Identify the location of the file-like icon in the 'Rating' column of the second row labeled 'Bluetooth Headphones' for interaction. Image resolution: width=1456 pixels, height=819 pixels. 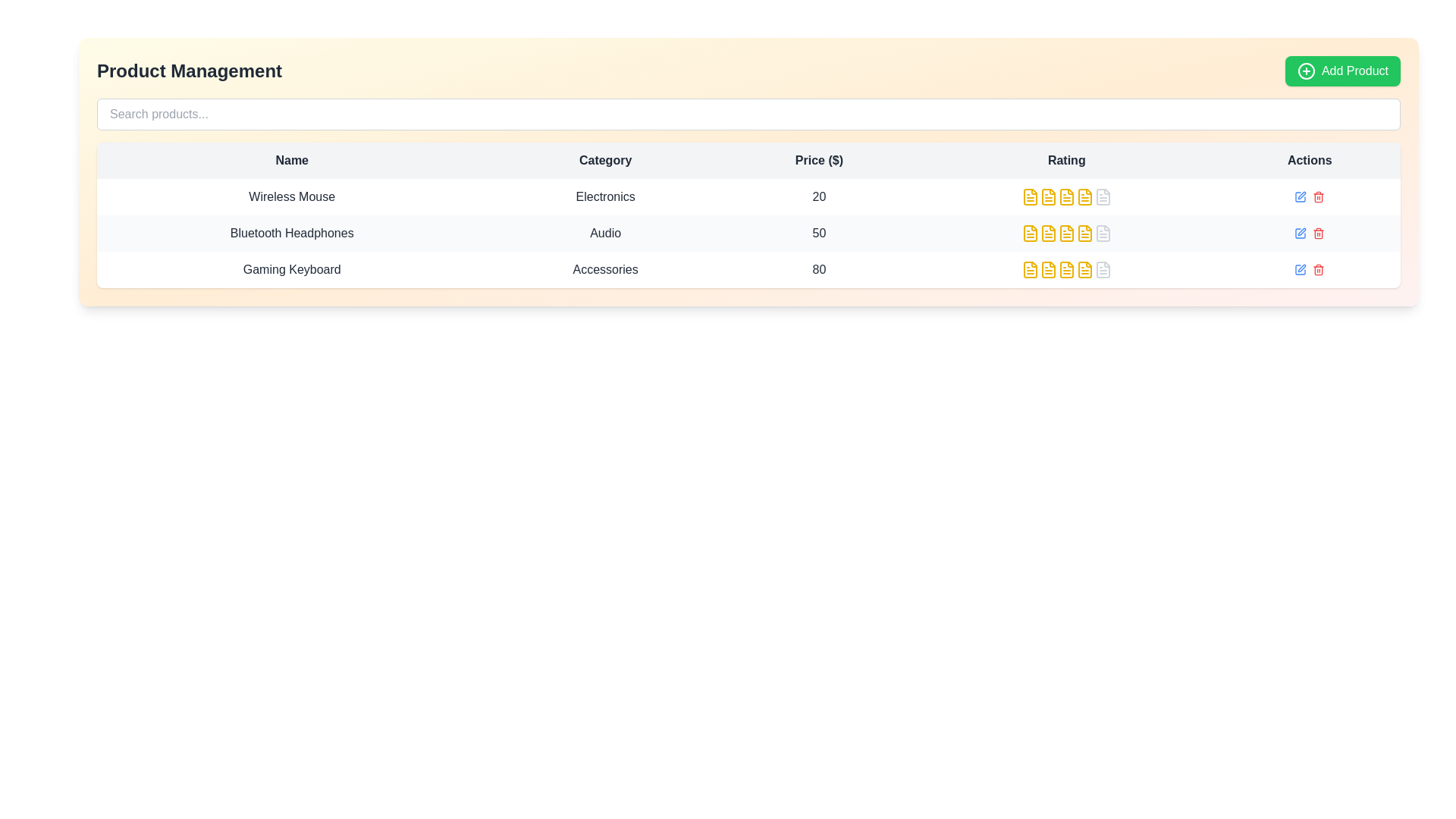
(1103, 234).